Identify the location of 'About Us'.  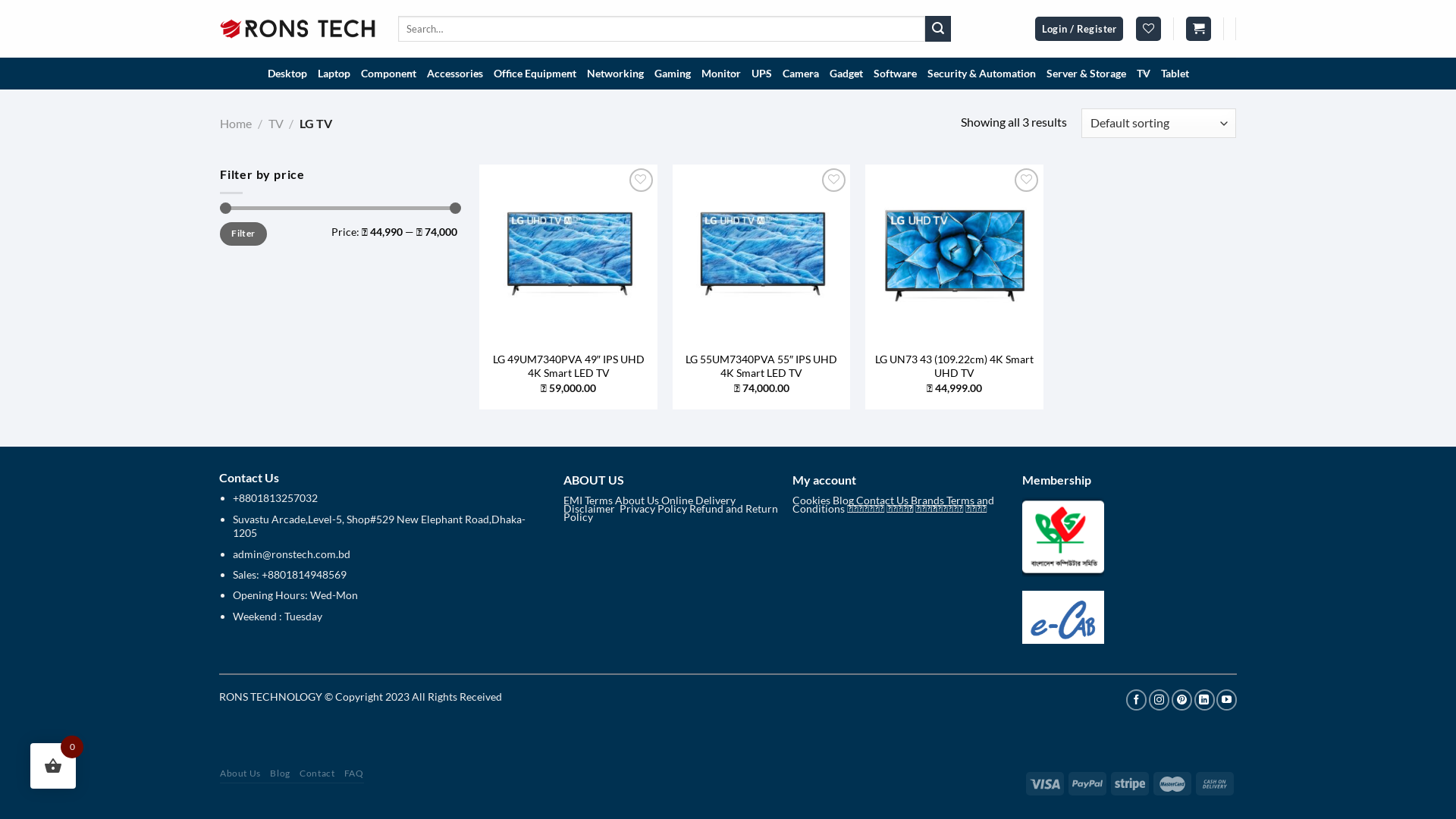
(636, 500).